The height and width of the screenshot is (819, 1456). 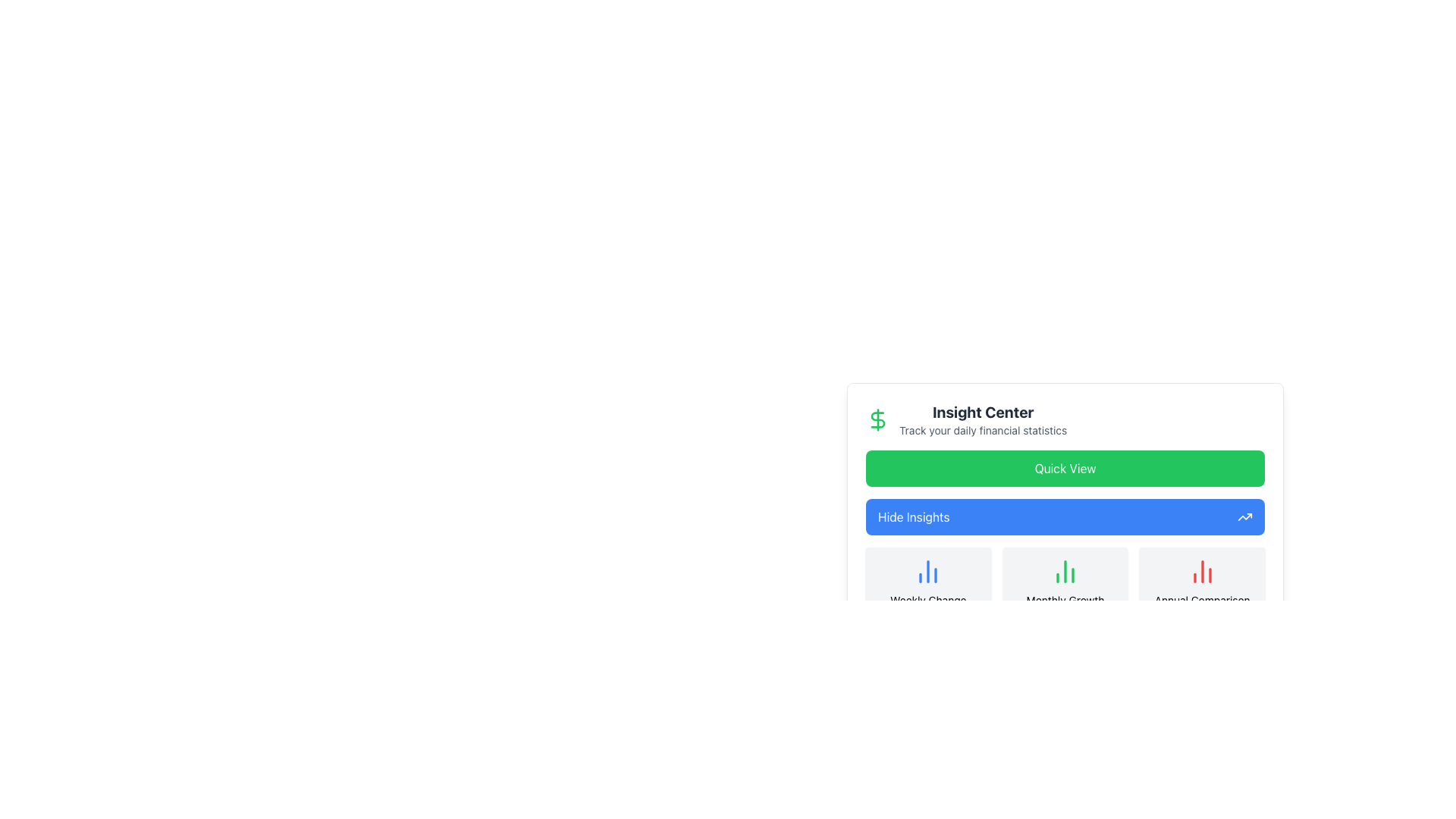 I want to click on the third Informative card displaying the annual financial comparison summary, located at the bottom-right of the interface, so click(x=1201, y=593).